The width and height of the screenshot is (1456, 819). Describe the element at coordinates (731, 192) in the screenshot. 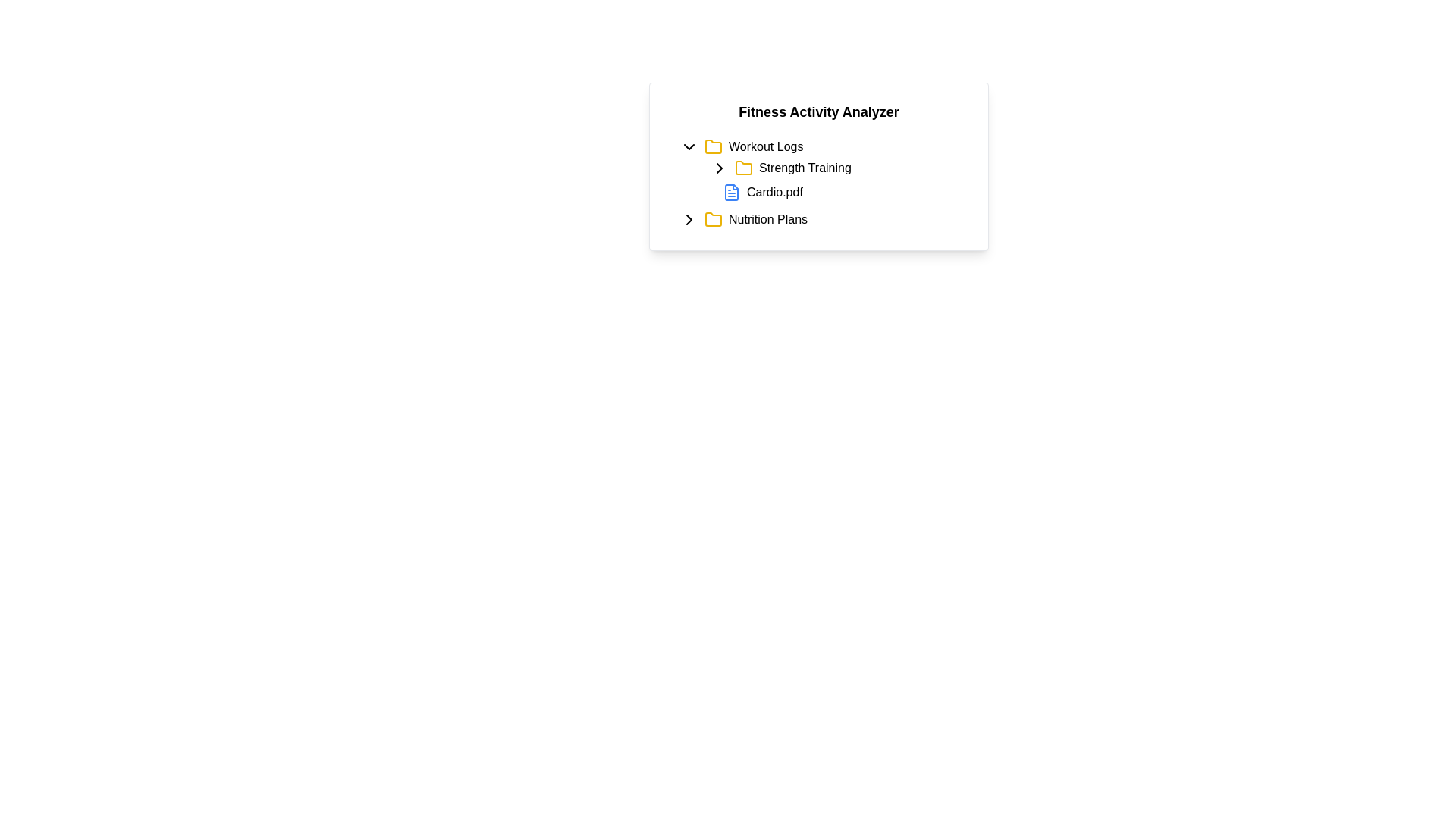

I see `the small blue document icon located to the immediate left of the 'Cardio.pdf' text label in the 'Strength Training' section under 'Workout Logs'` at that location.